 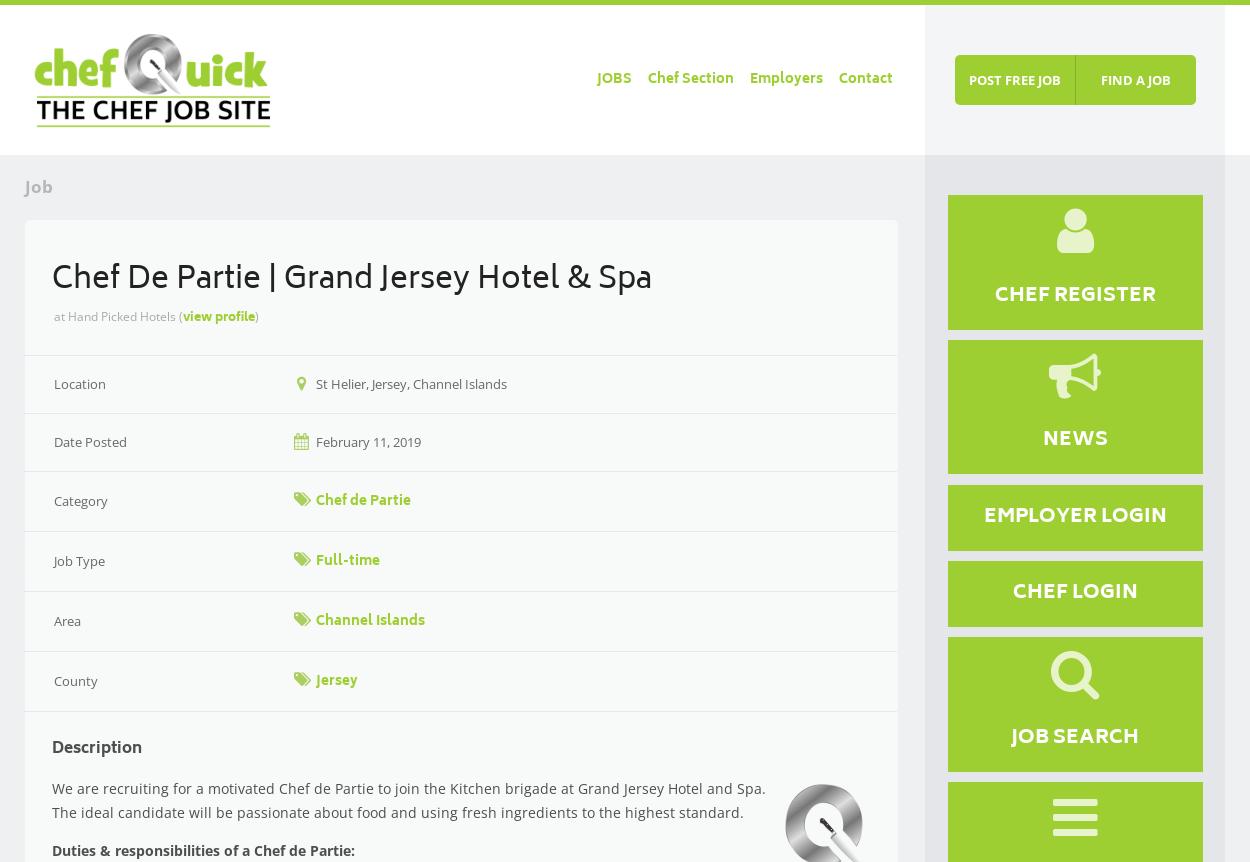 What do you see at coordinates (78, 381) in the screenshot?
I see `'Location'` at bounding box center [78, 381].